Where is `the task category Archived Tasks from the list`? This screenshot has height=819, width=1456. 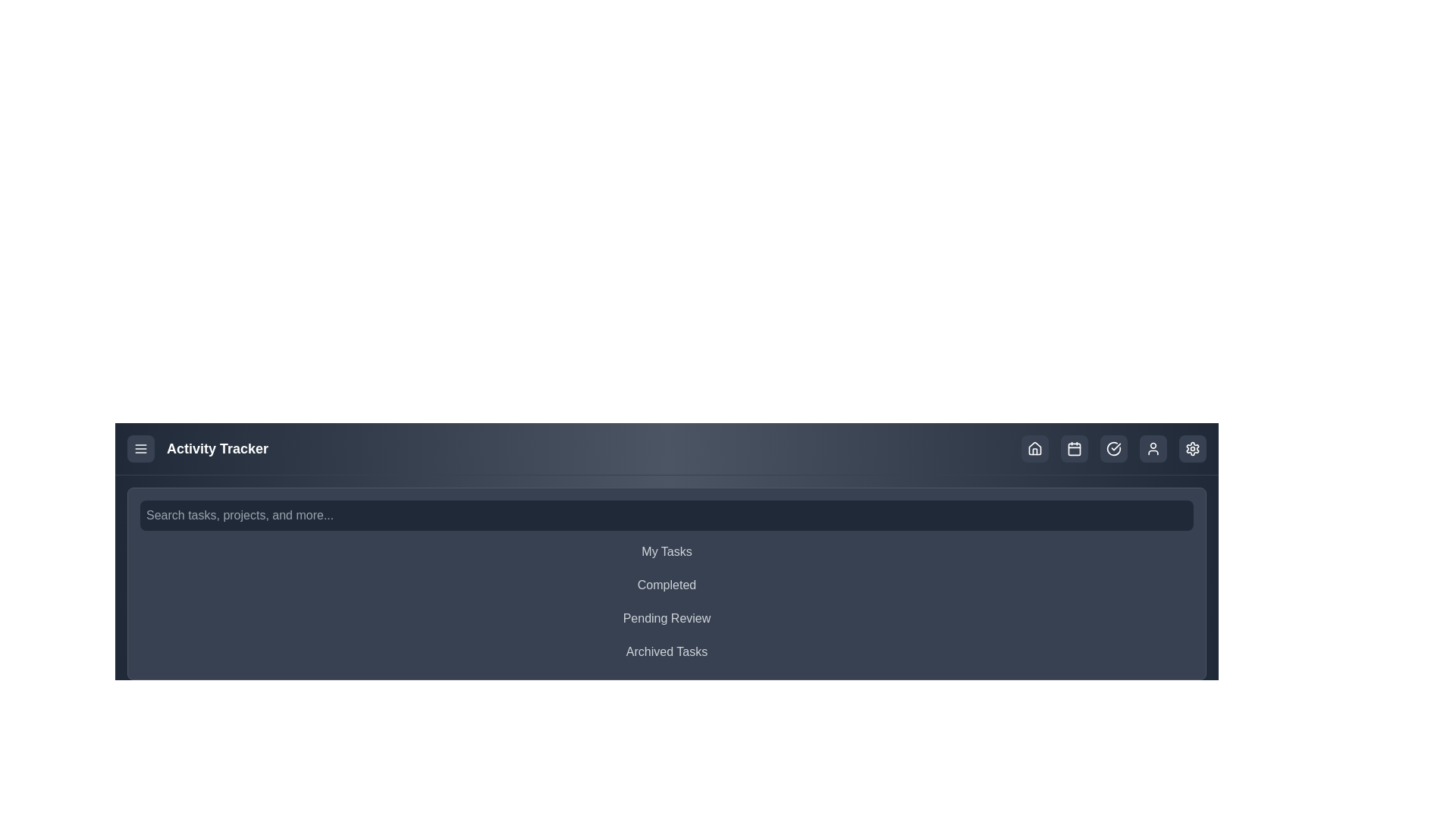 the task category Archived Tasks from the list is located at coordinates (667, 651).